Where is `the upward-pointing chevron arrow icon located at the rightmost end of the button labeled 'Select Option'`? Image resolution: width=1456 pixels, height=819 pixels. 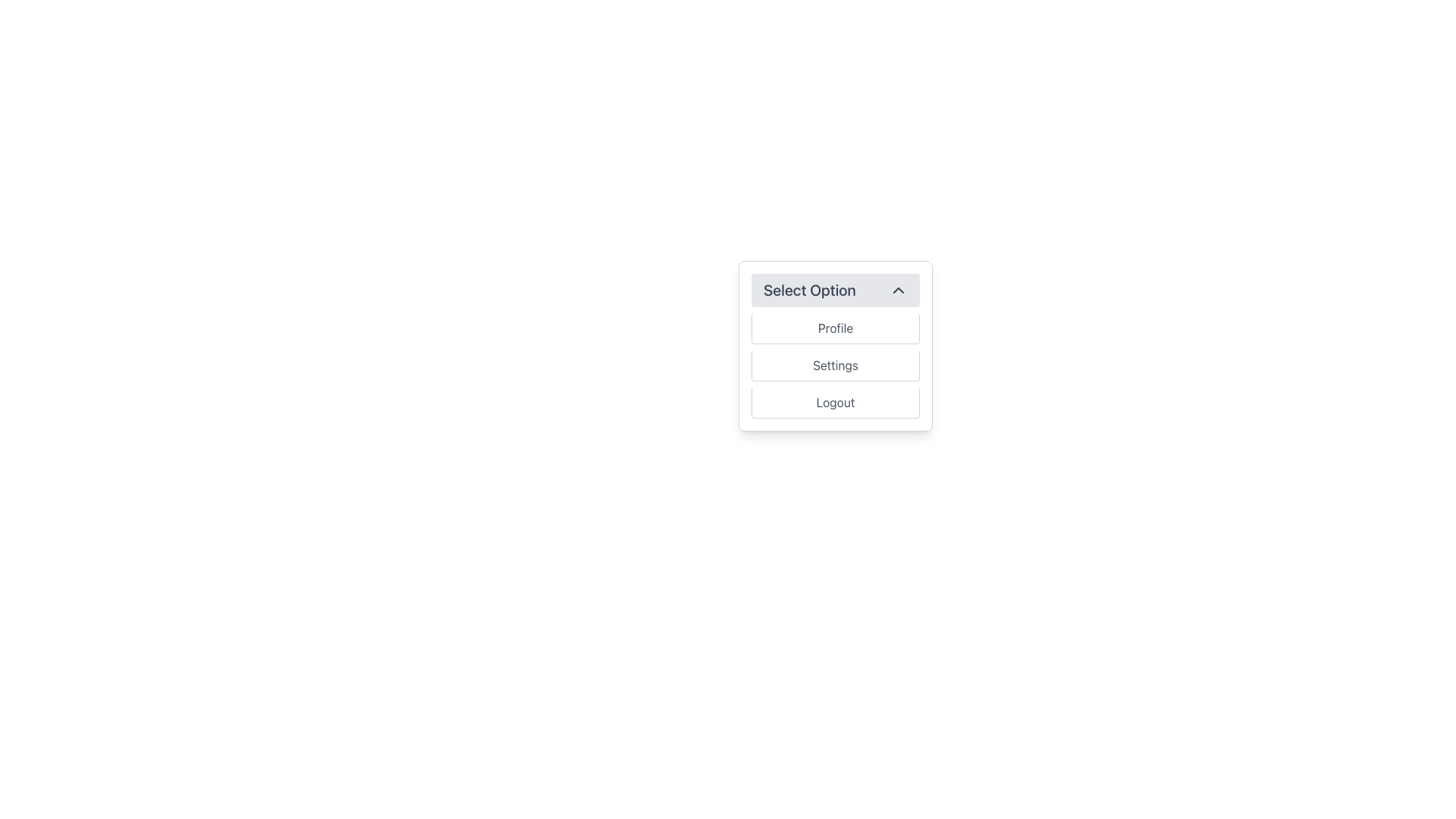
the upward-pointing chevron arrow icon located at the rightmost end of the button labeled 'Select Option' is located at coordinates (899, 290).